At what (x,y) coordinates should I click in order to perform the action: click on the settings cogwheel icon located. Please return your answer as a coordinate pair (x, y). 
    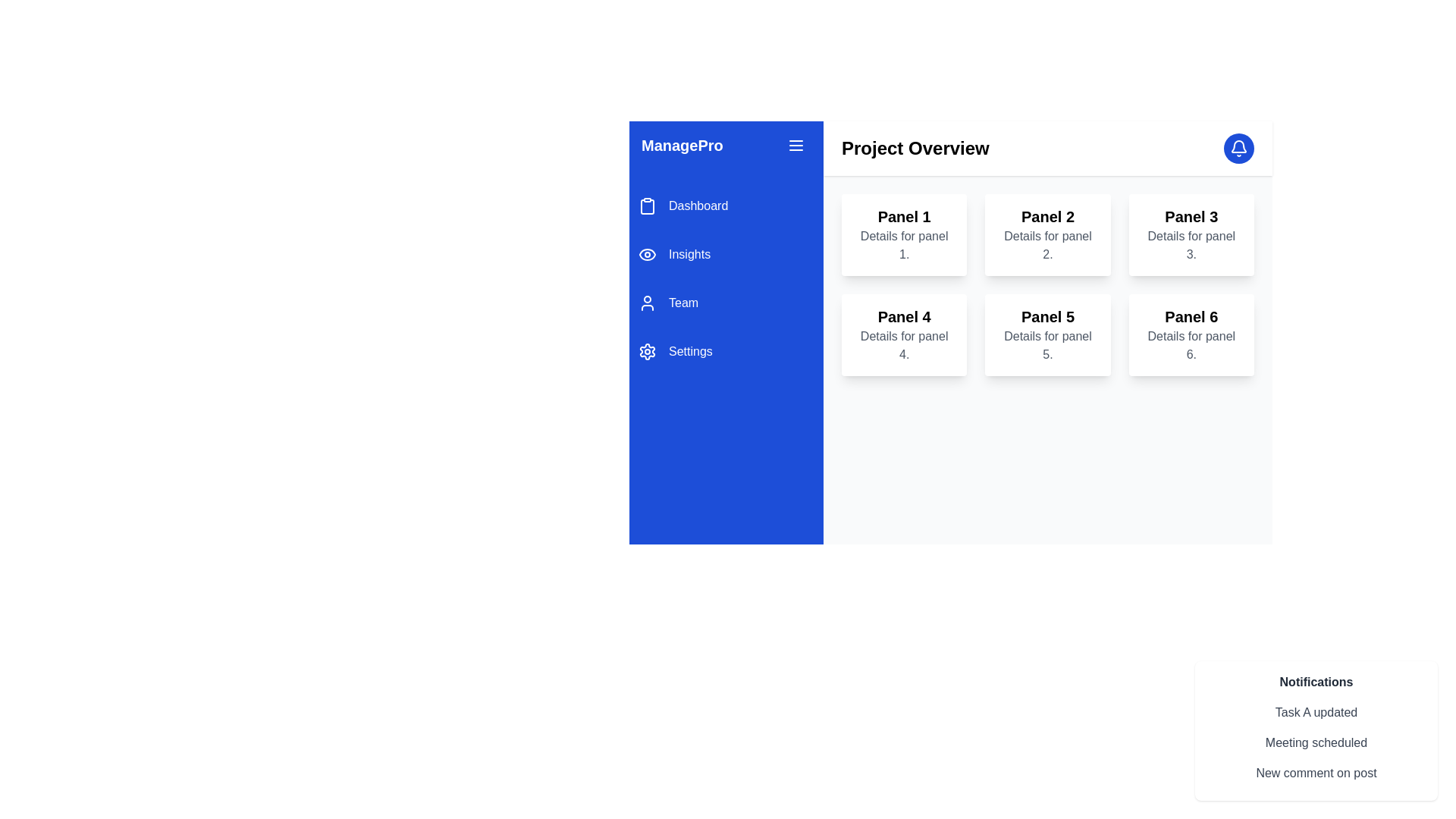
    Looking at the image, I should click on (648, 351).